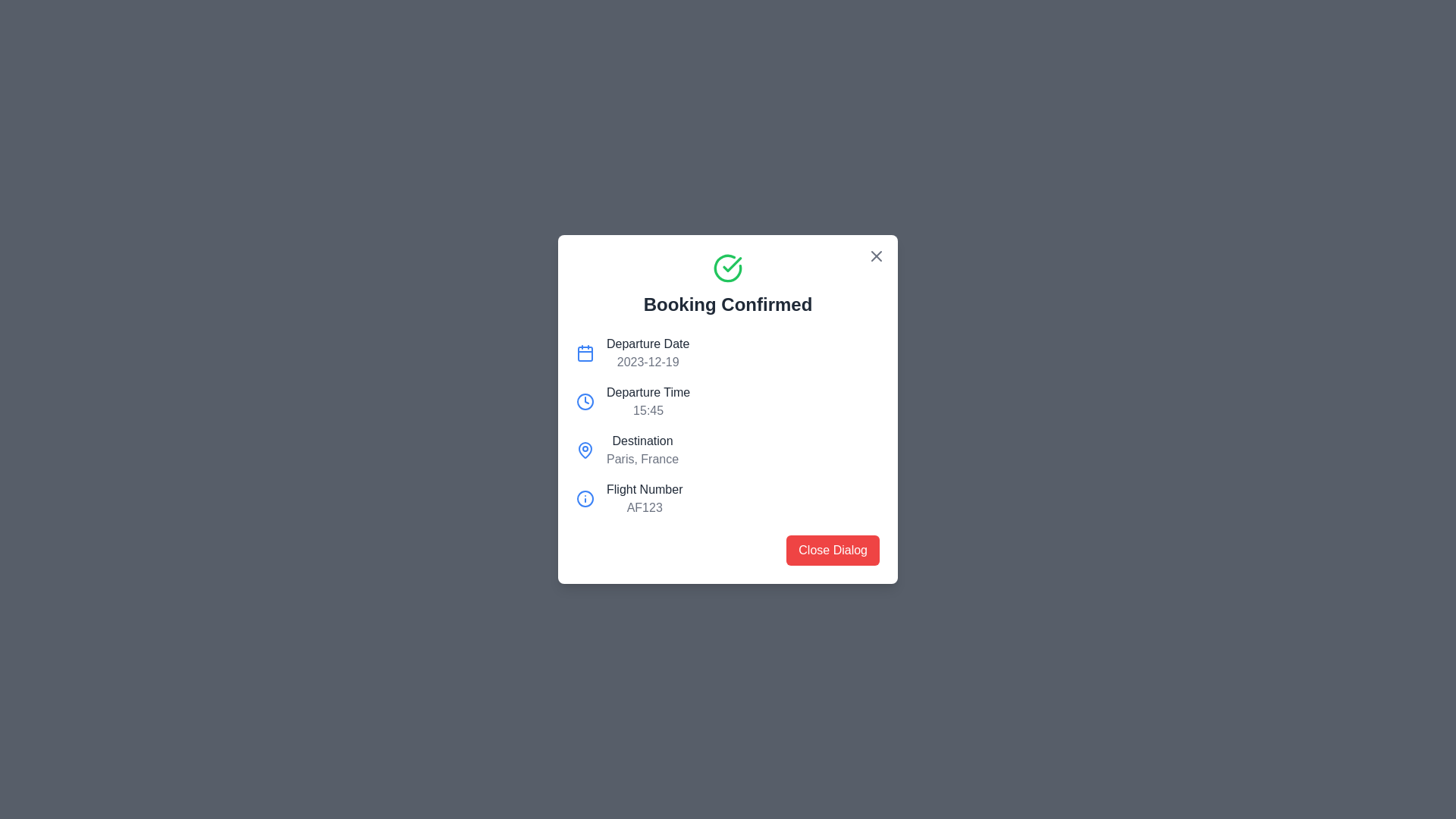  What do you see at coordinates (642, 441) in the screenshot?
I see `the Text label element located beneath the 'Departure Time' label and above 'Paris, France'` at bounding box center [642, 441].